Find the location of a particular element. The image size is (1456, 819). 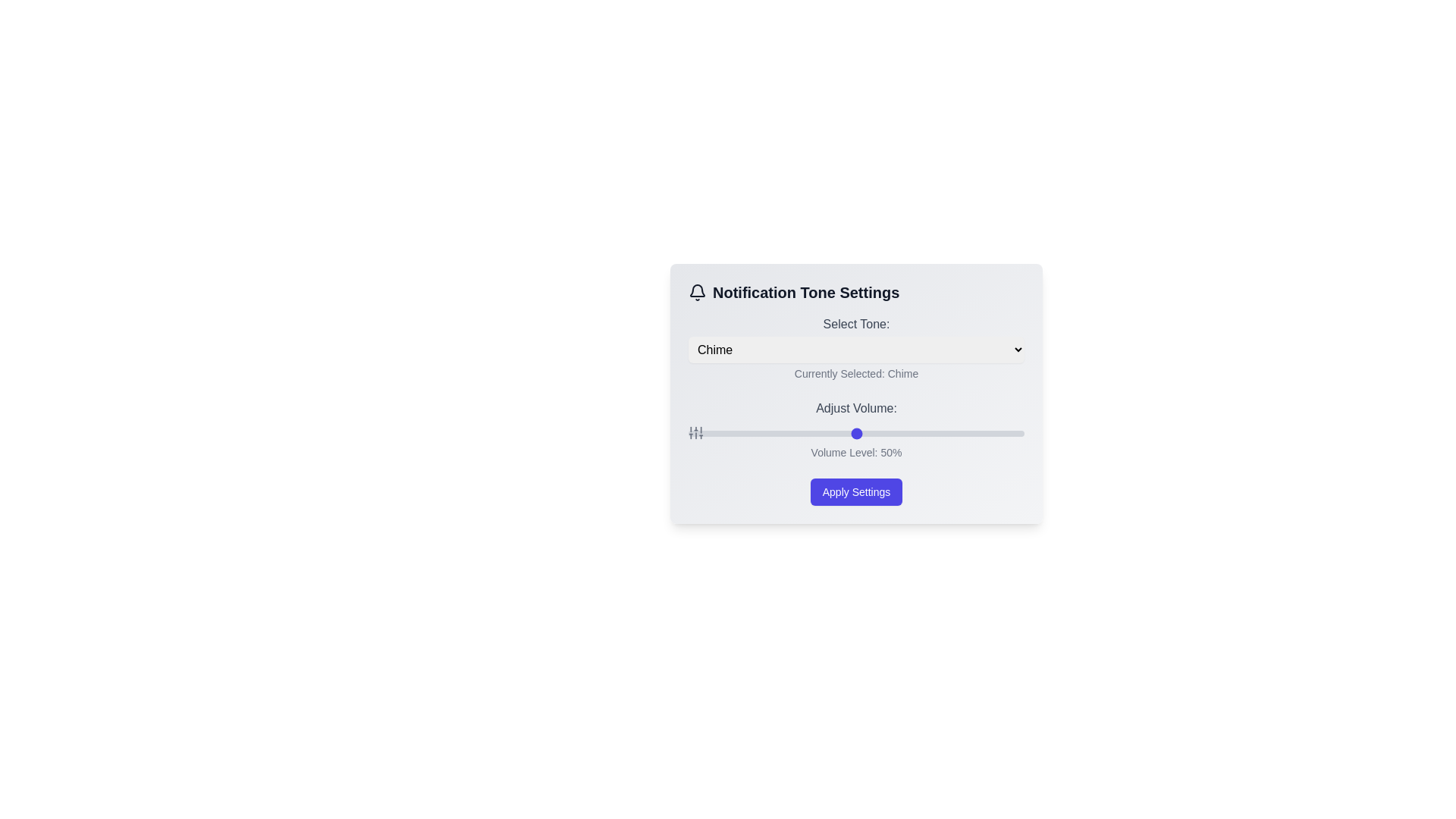

the bell icon that symbolizes notifications, located adjacent to the 'Notification Tone Settings' text is located at coordinates (697, 292).